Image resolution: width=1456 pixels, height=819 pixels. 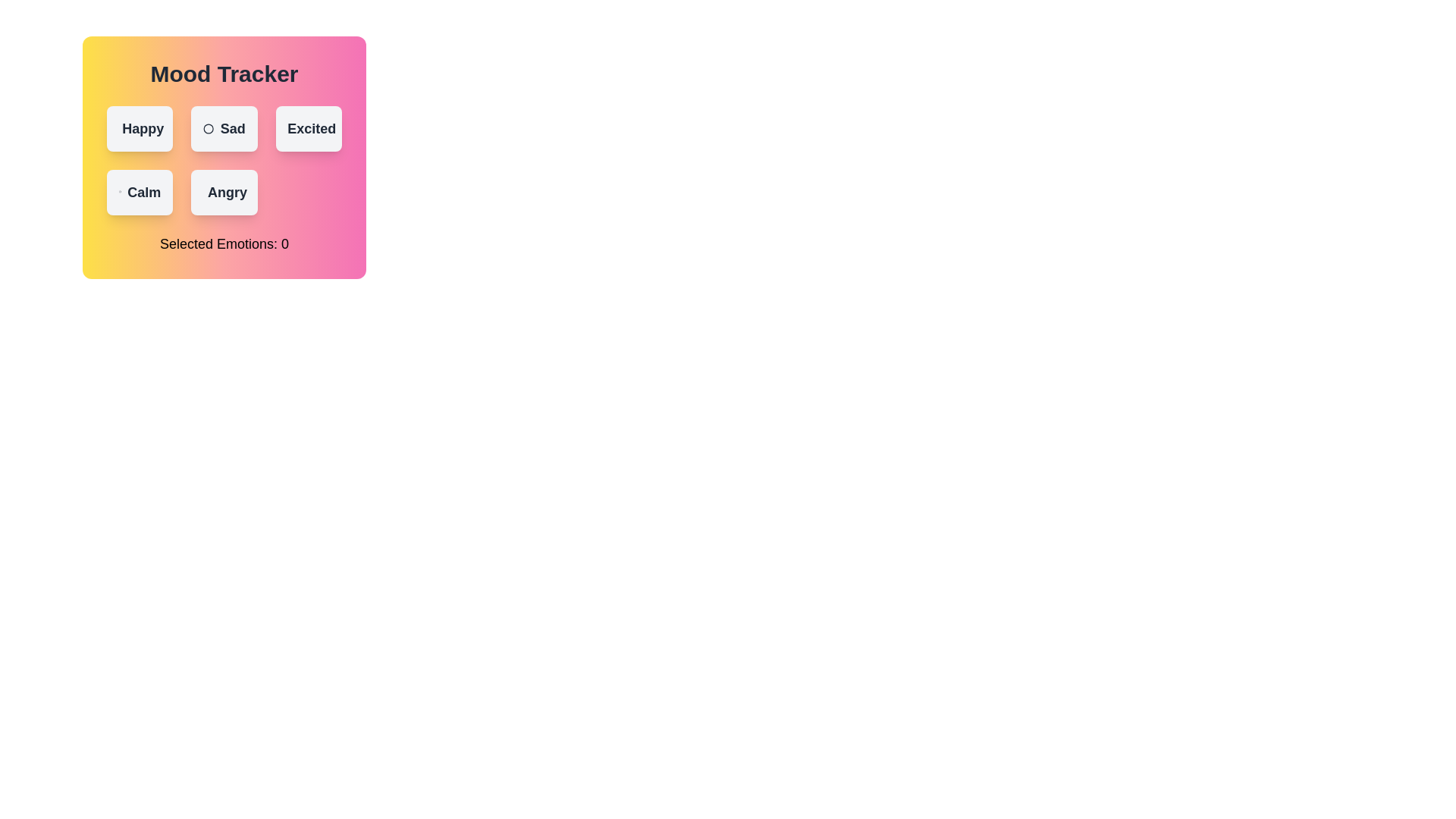 I want to click on the Excited button, so click(x=308, y=127).